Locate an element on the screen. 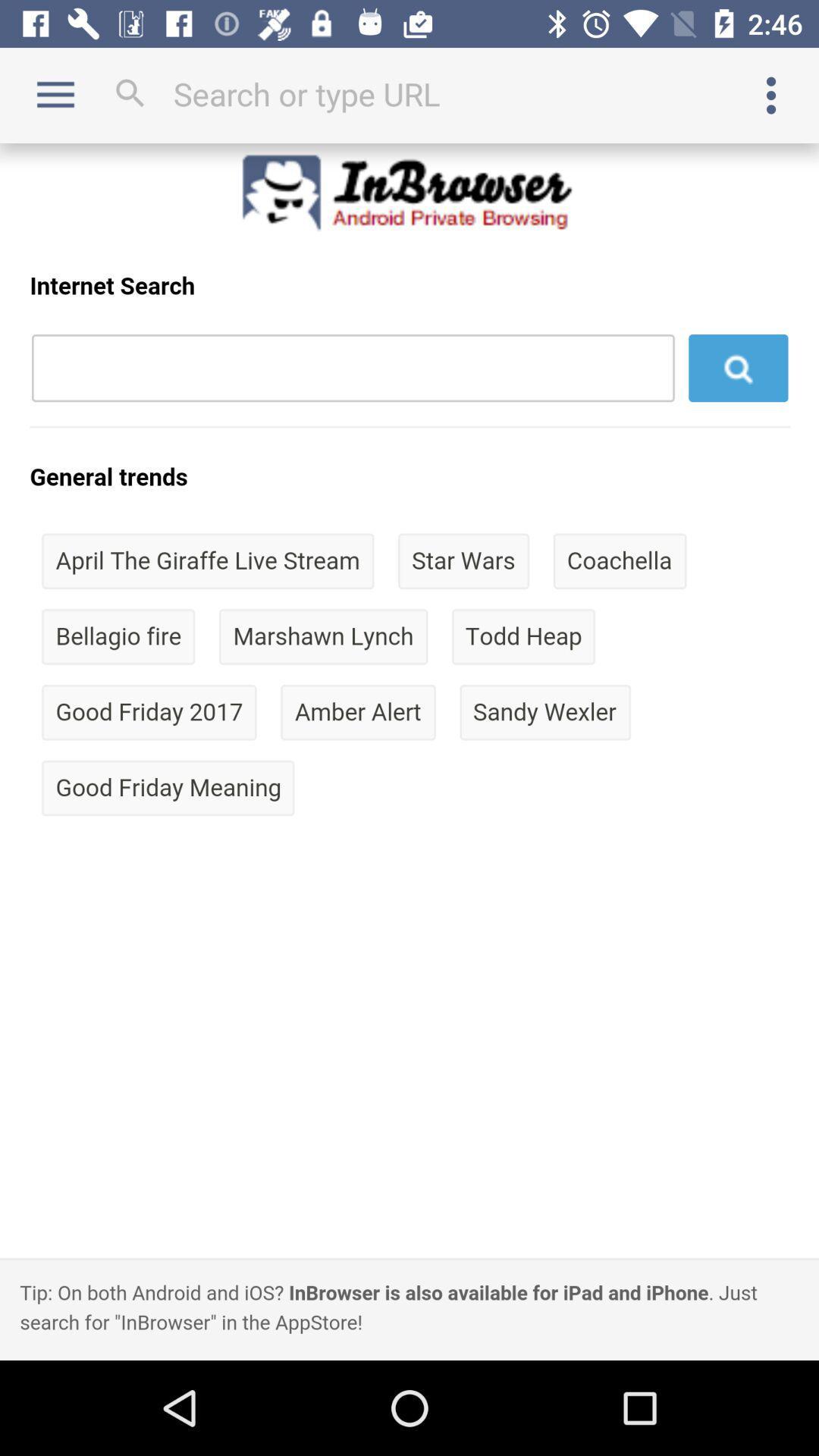  see more info is located at coordinates (771, 94).